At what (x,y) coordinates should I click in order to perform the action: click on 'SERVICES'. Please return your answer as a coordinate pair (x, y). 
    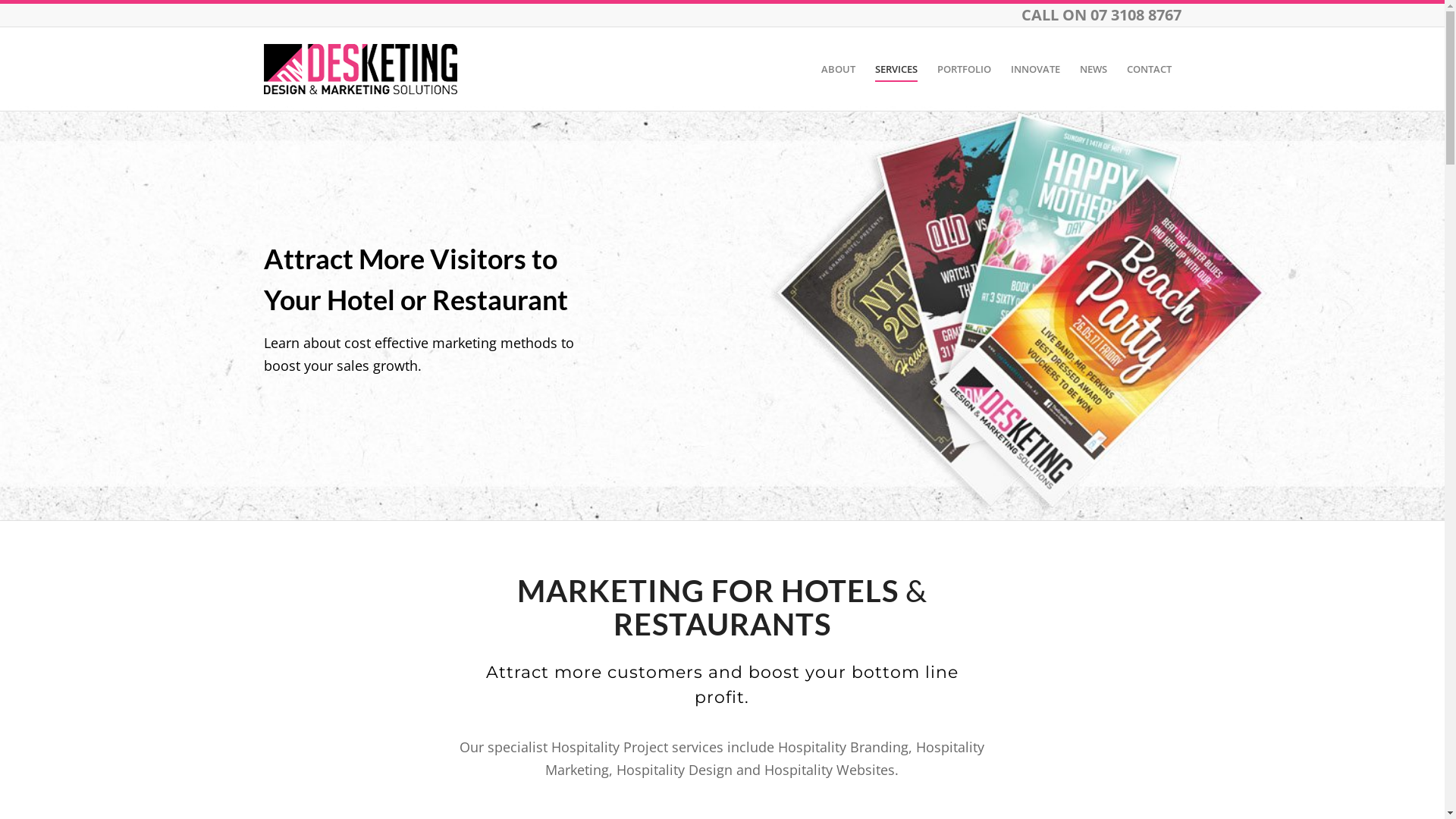
    Looking at the image, I should click on (864, 69).